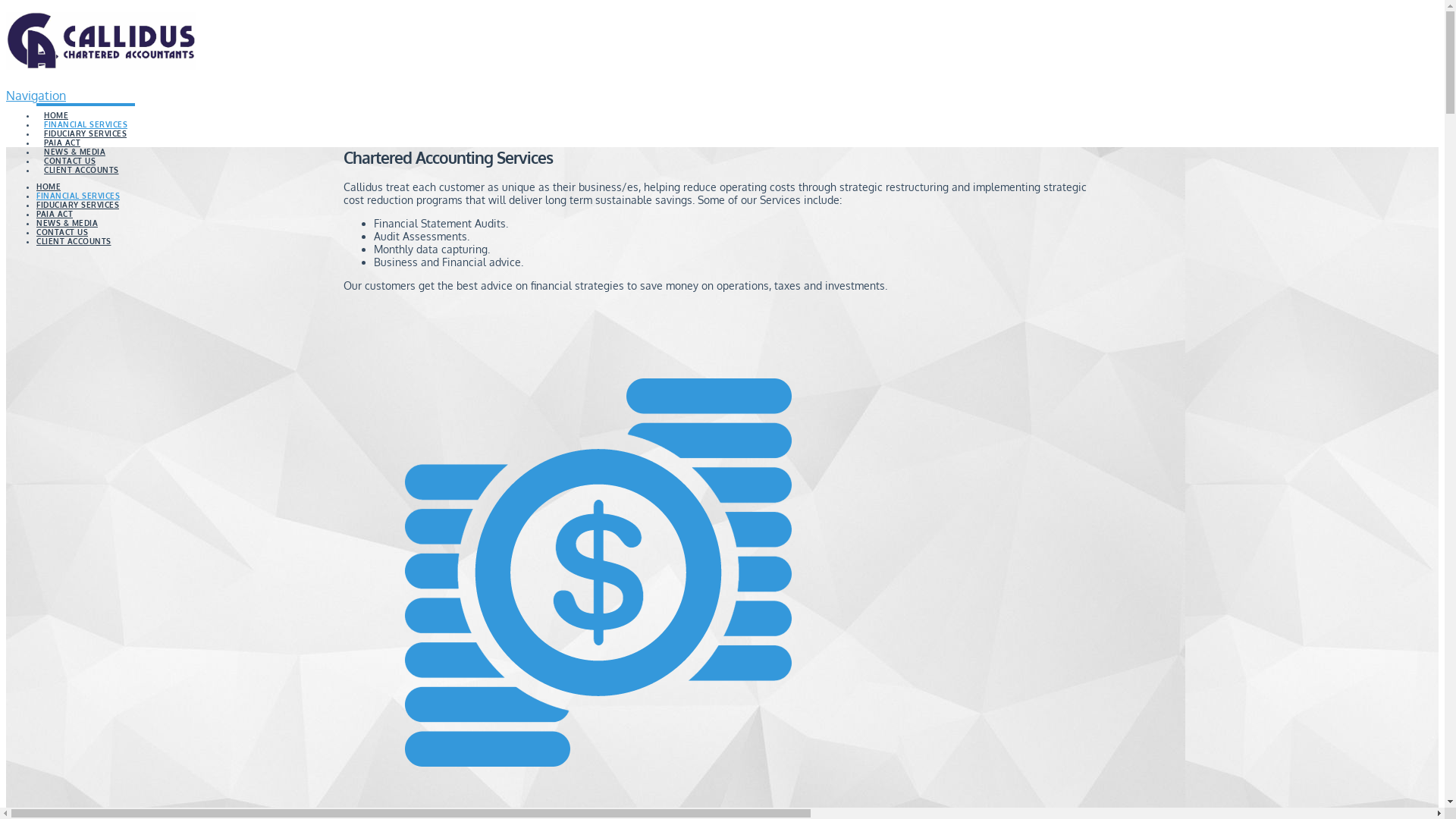 The height and width of the screenshot is (819, 1456). Describe the element at coordinates (61, 133) in the screenshot. I see `'PAIA ACT'` at that location.